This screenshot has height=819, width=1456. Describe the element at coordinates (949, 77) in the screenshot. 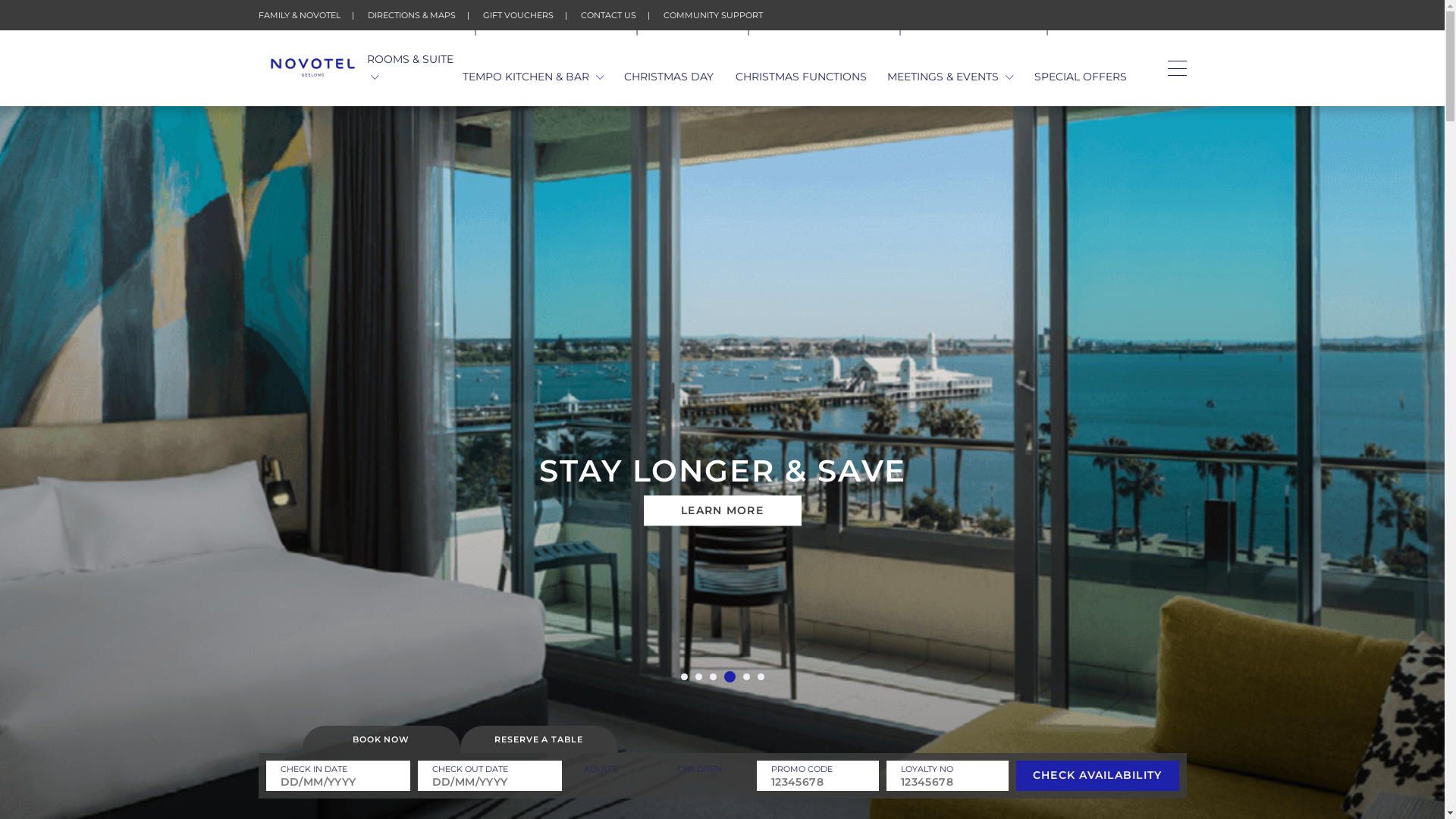

I see `'MEETINGS & EVENTS'` at that location.